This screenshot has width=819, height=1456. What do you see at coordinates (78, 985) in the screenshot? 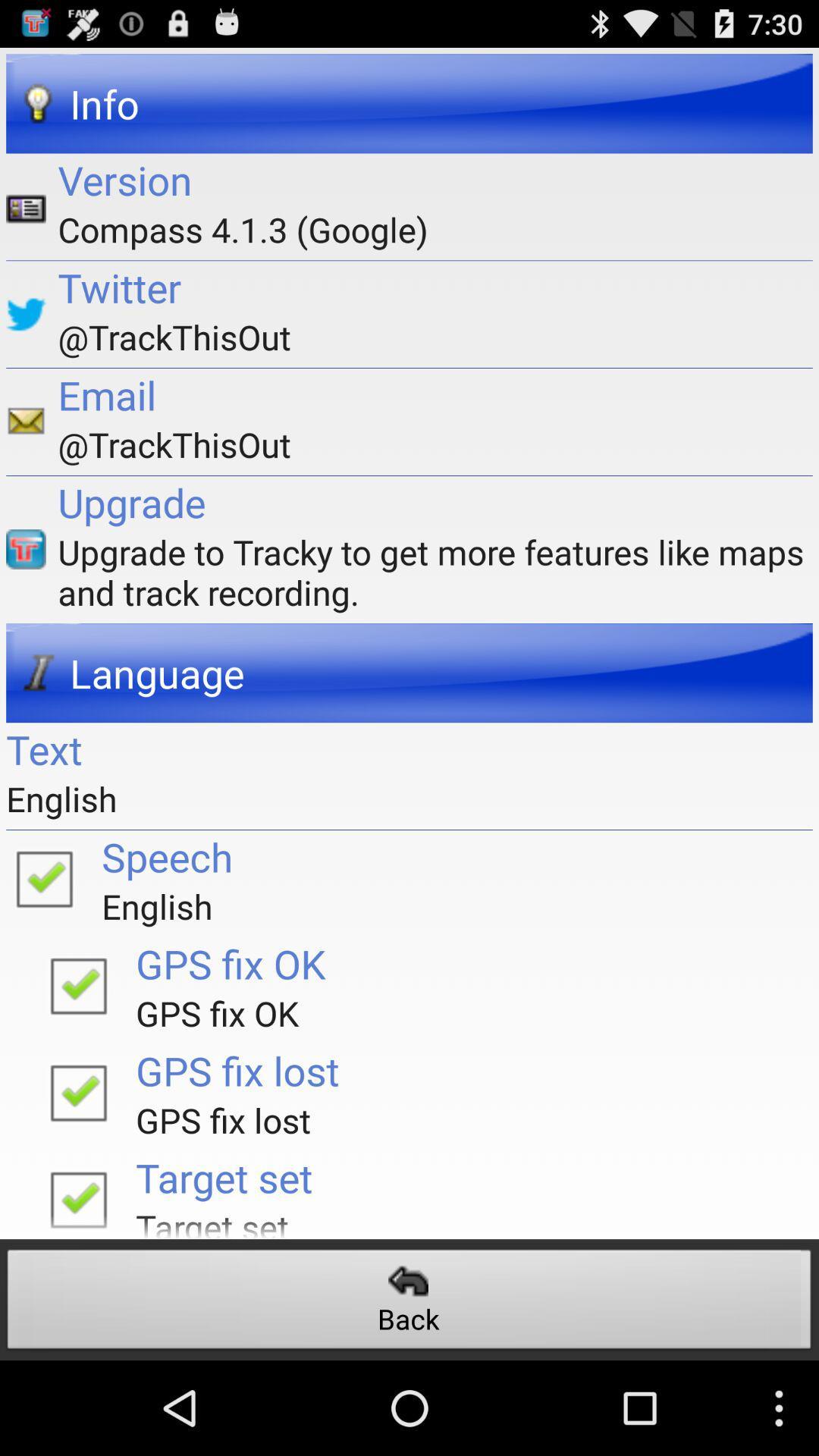
I see `gps fix` at bounding box center [78, 985].